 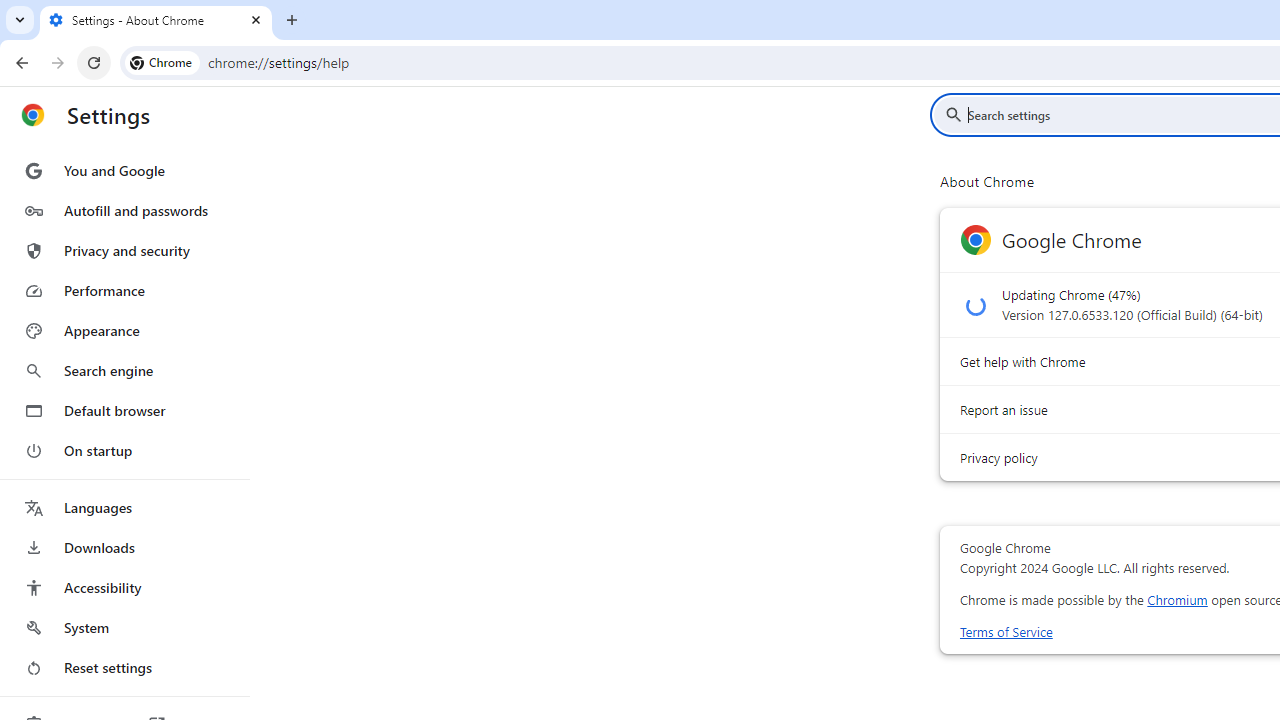 I want to click on 'Appearance', so click(x=123, y=330).